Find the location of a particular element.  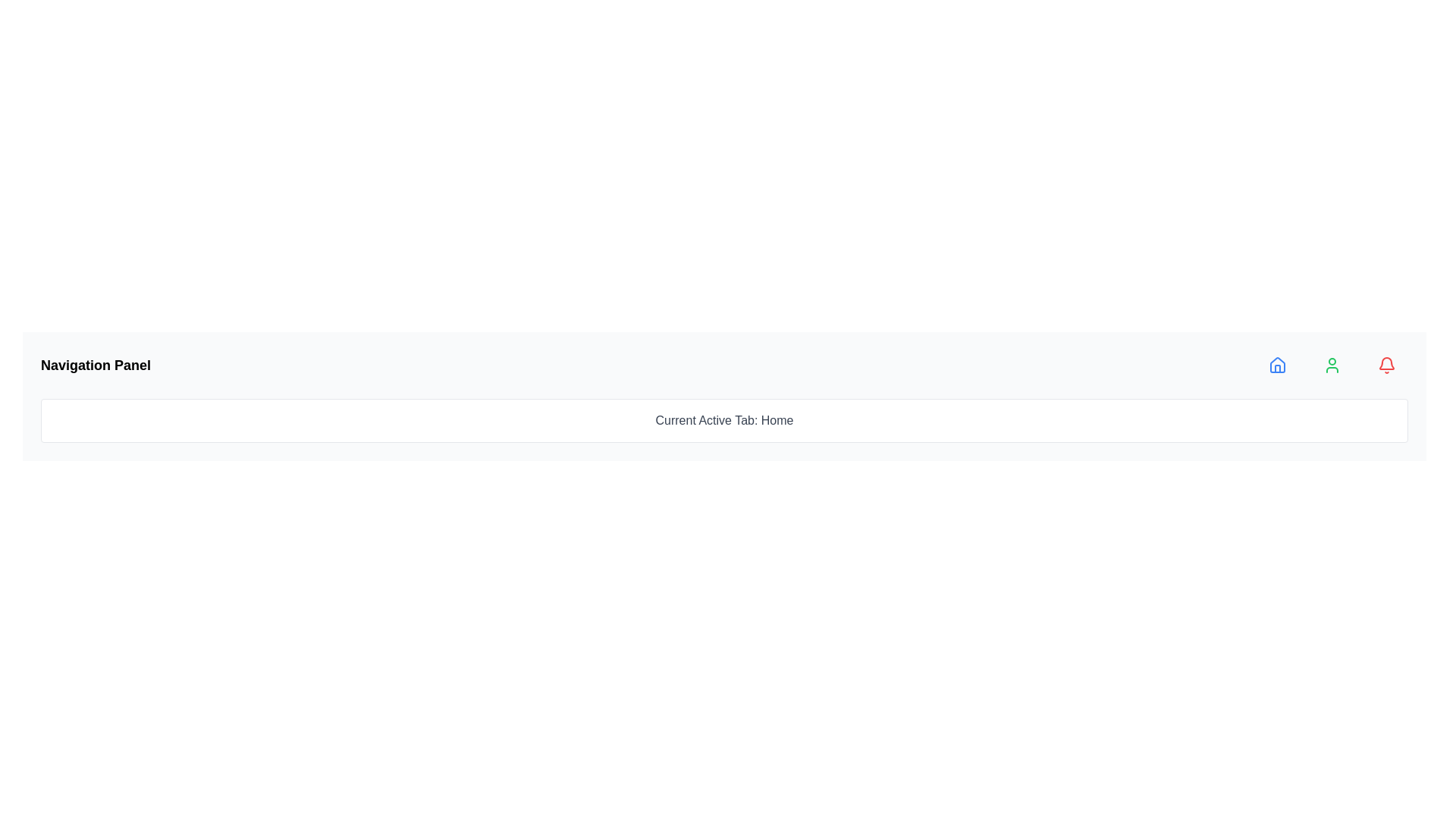

the outlined bell icon representing a notification indicator located in the top-right corner of the interface is located at coordinates (1386, 363).